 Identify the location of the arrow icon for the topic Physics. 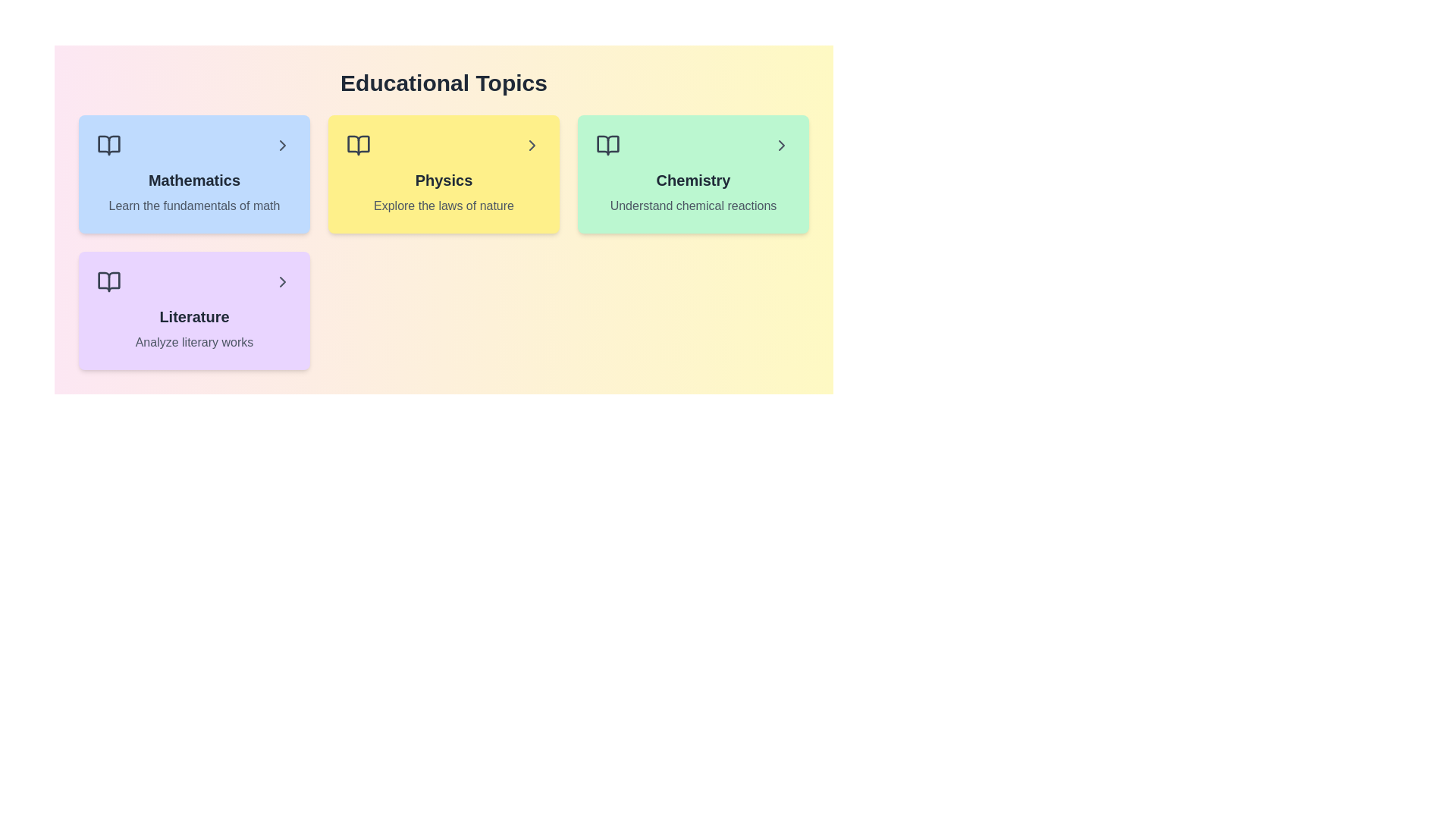
(532, 146).